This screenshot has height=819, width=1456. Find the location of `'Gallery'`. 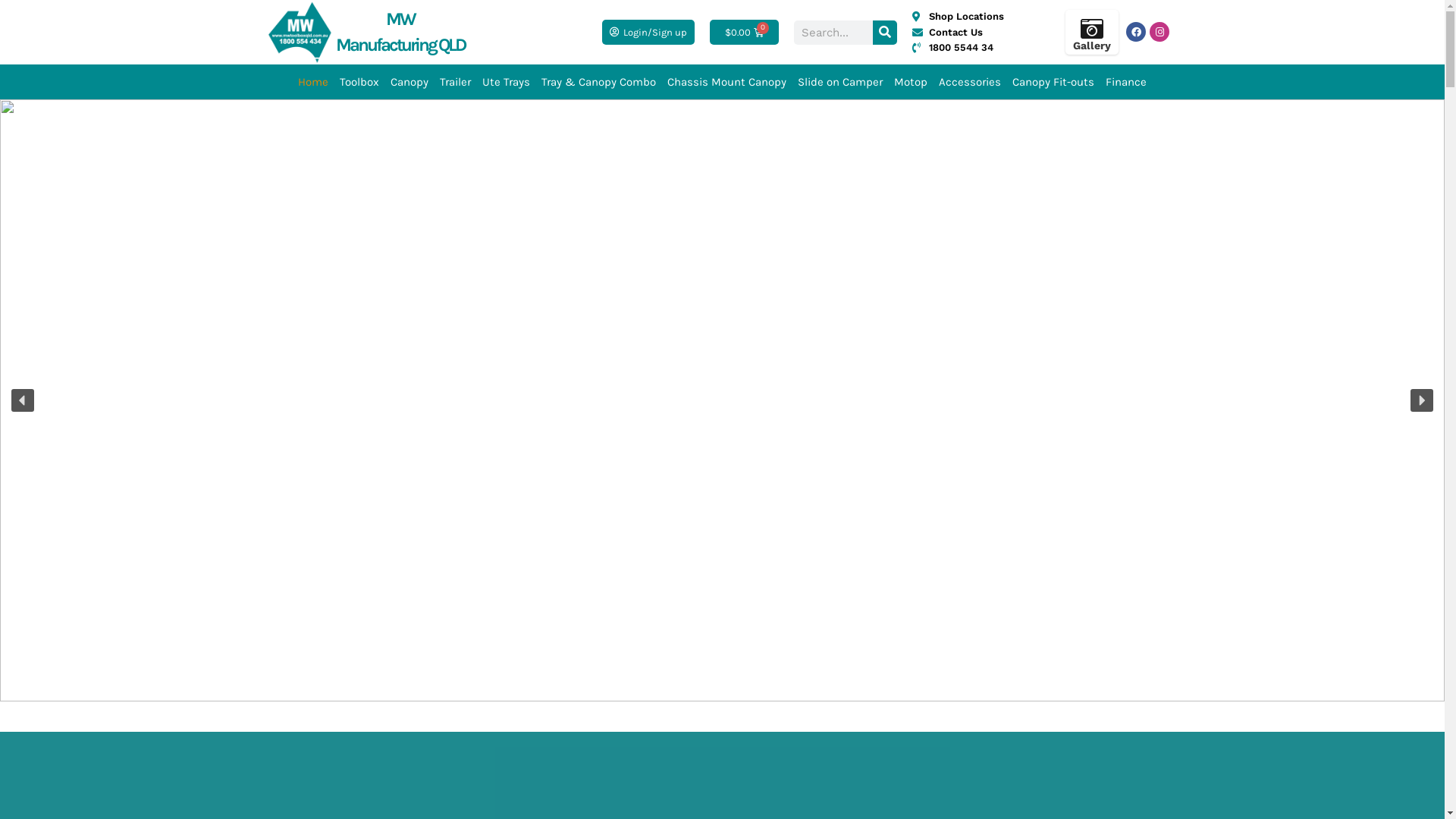

'Gallery' is located at coordinates (1092, 45).